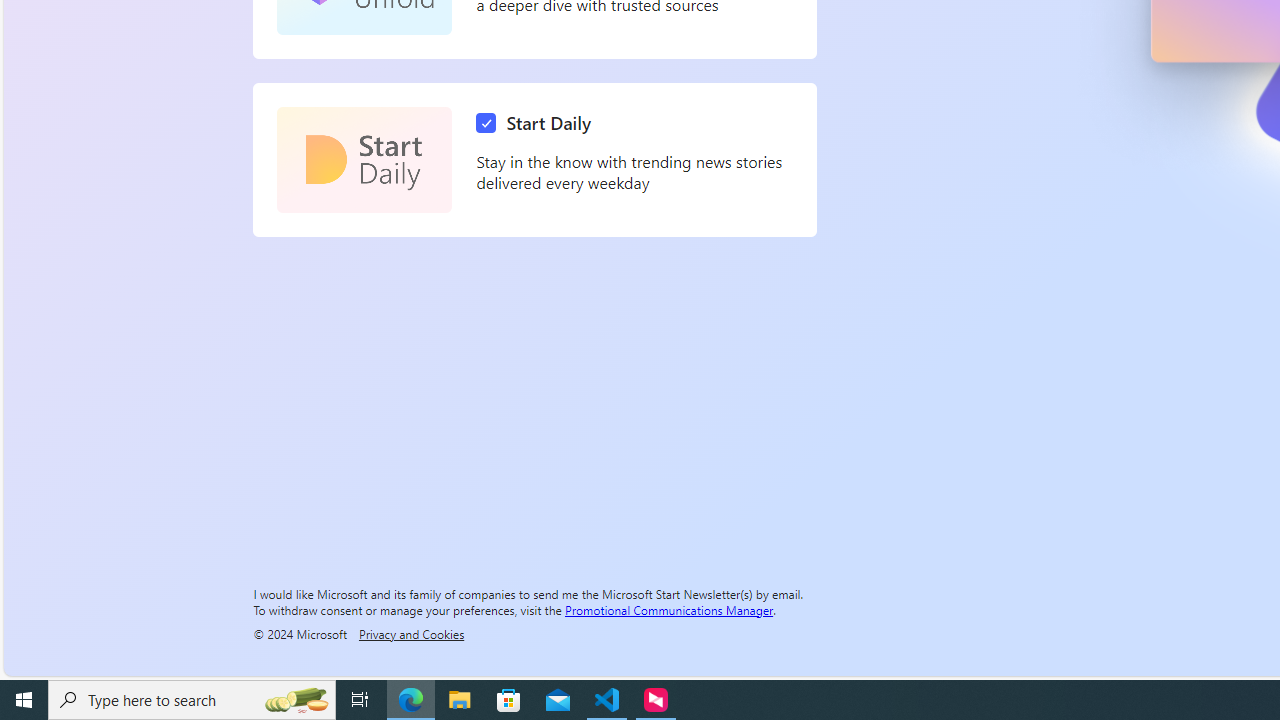  Describe the element at coordinates (669, 608) in the screenshot. I see `'Promotional Communications Manager'` at that location.